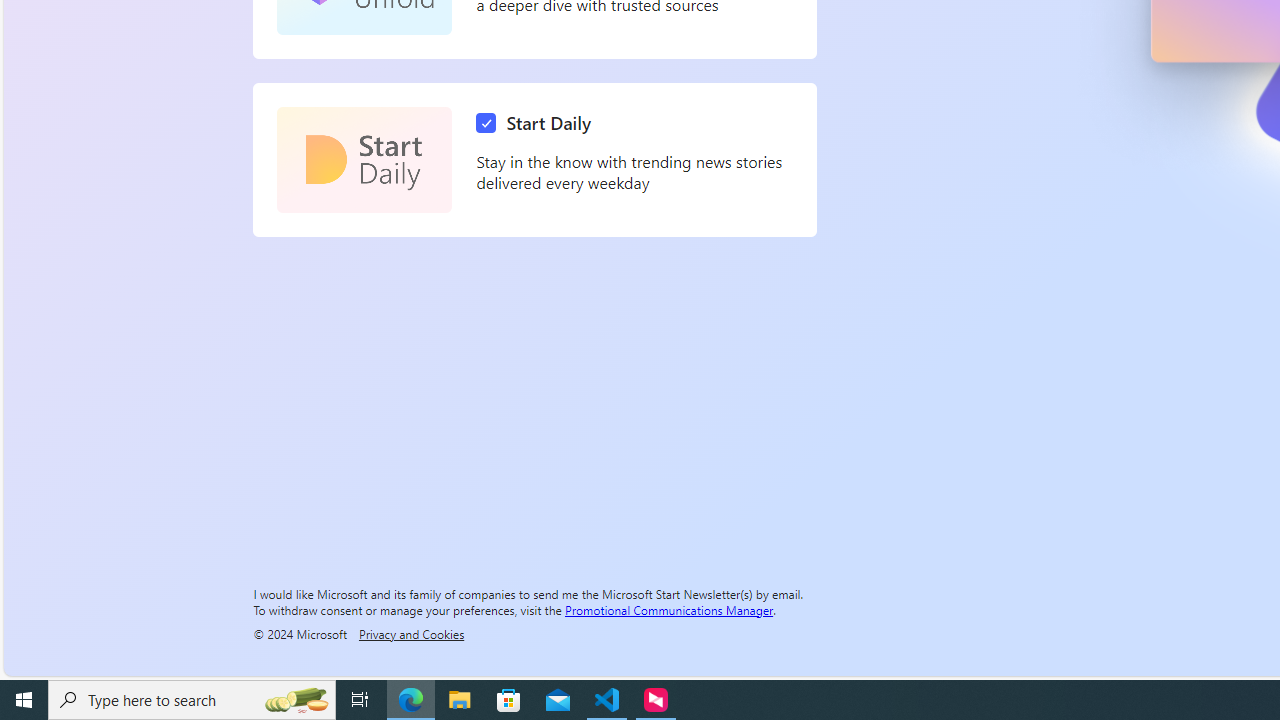  Describe the element at coordinates (669, 608) in the screenshot. I see `'Promotional Communications Manager'` at that location.